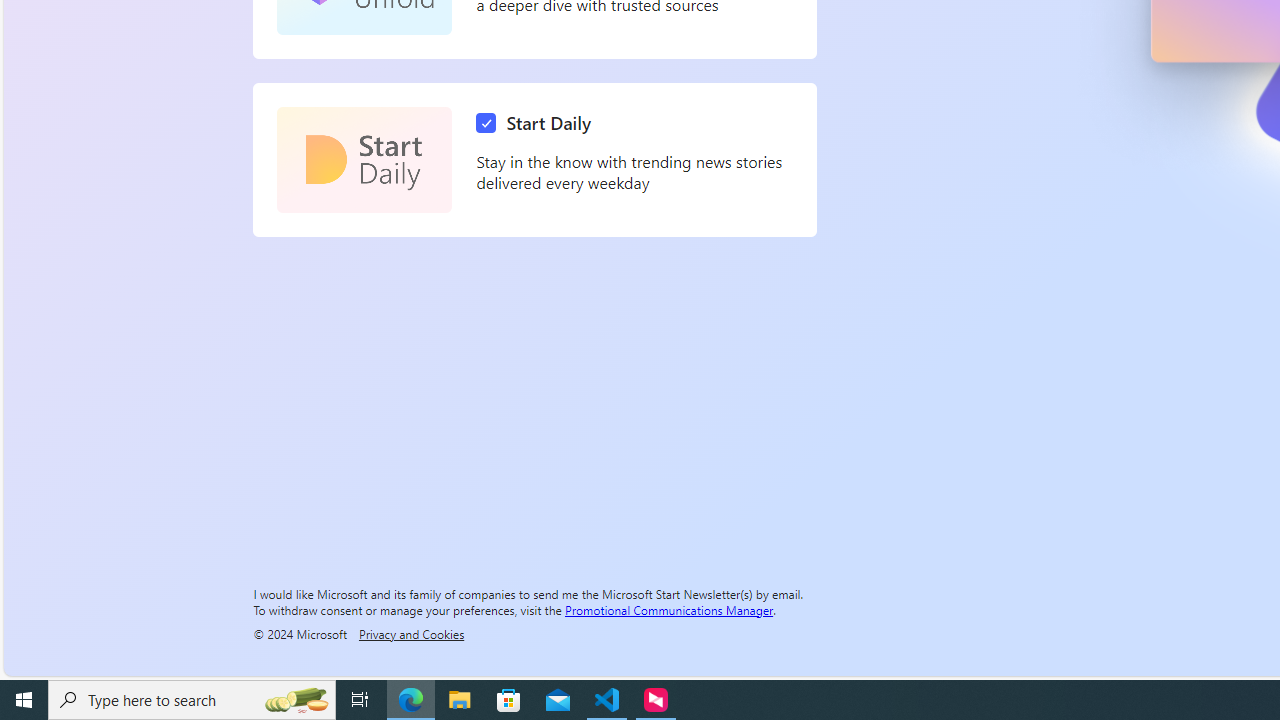  Describe the element at coordinates (669, 608) in the screenshot. I see `'Promotional Communications Manager'` at that location.